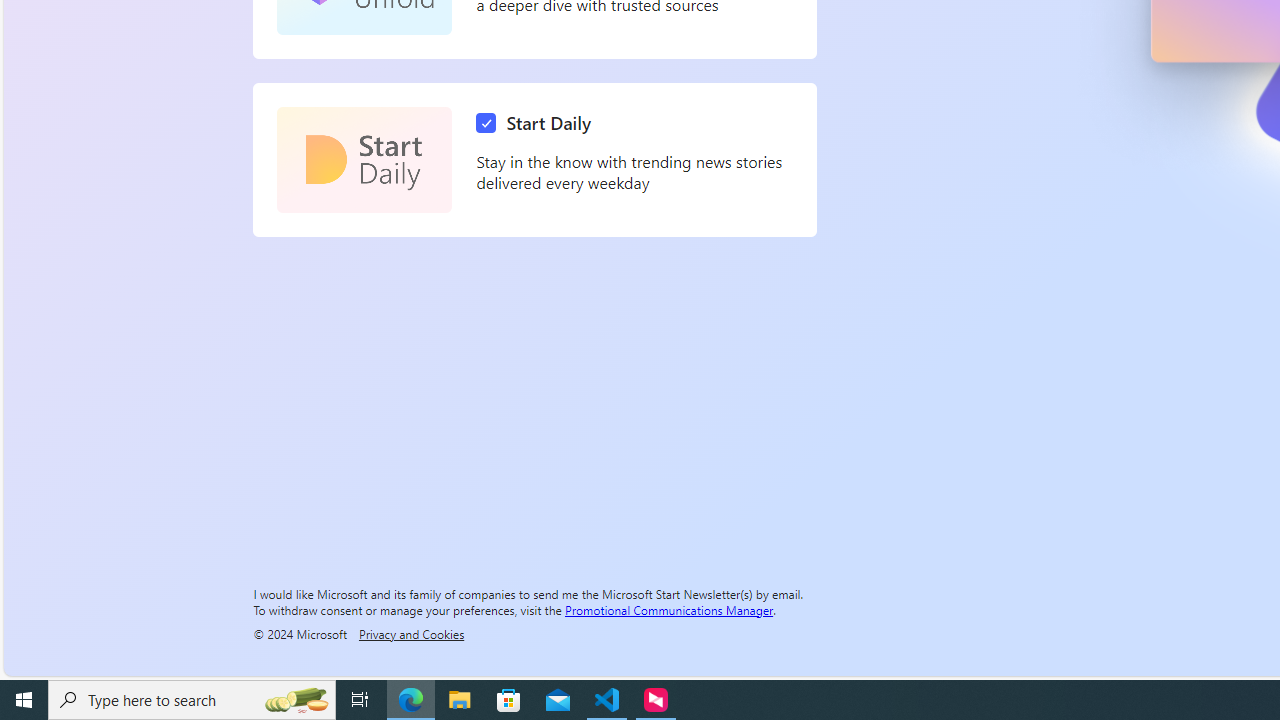  Describe the element at coordinates (669, 608) in the screenshot. I see `'Promotional Communications Manager'` at that location.